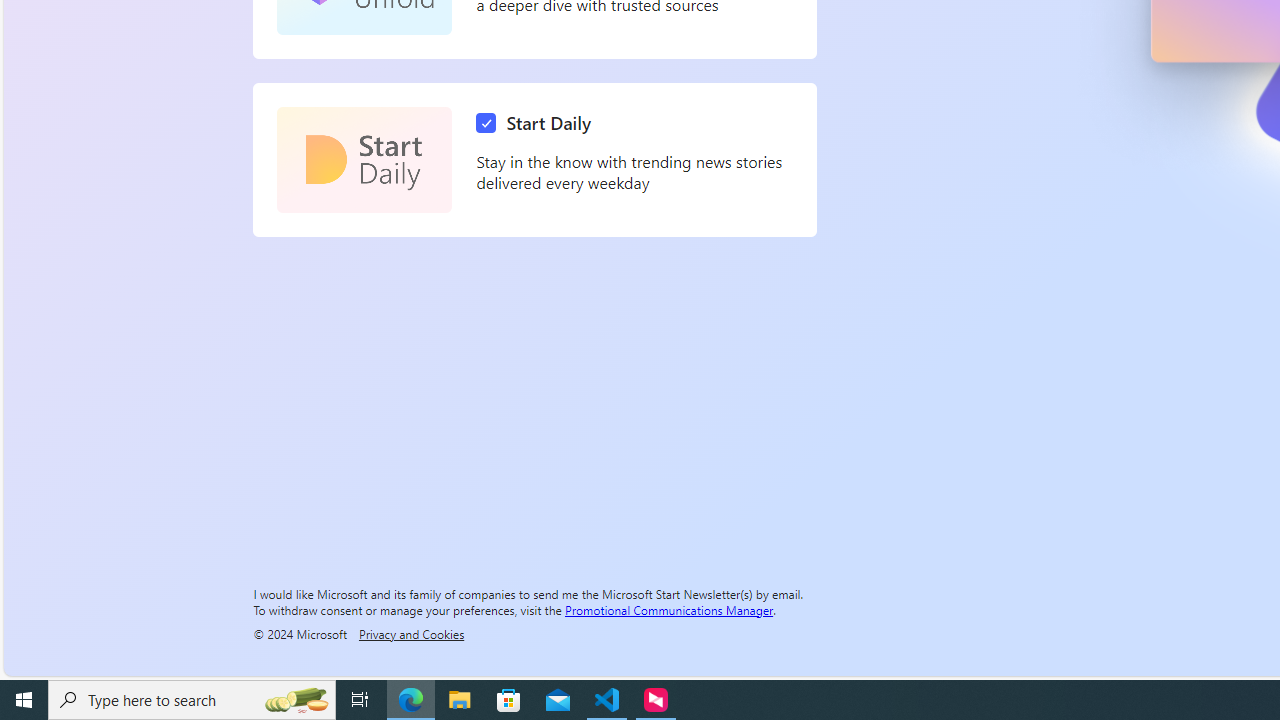  Describe the element at coordinates (669, 608) in the screenshot. I see `'Promotional Communications Manager'` at that location.